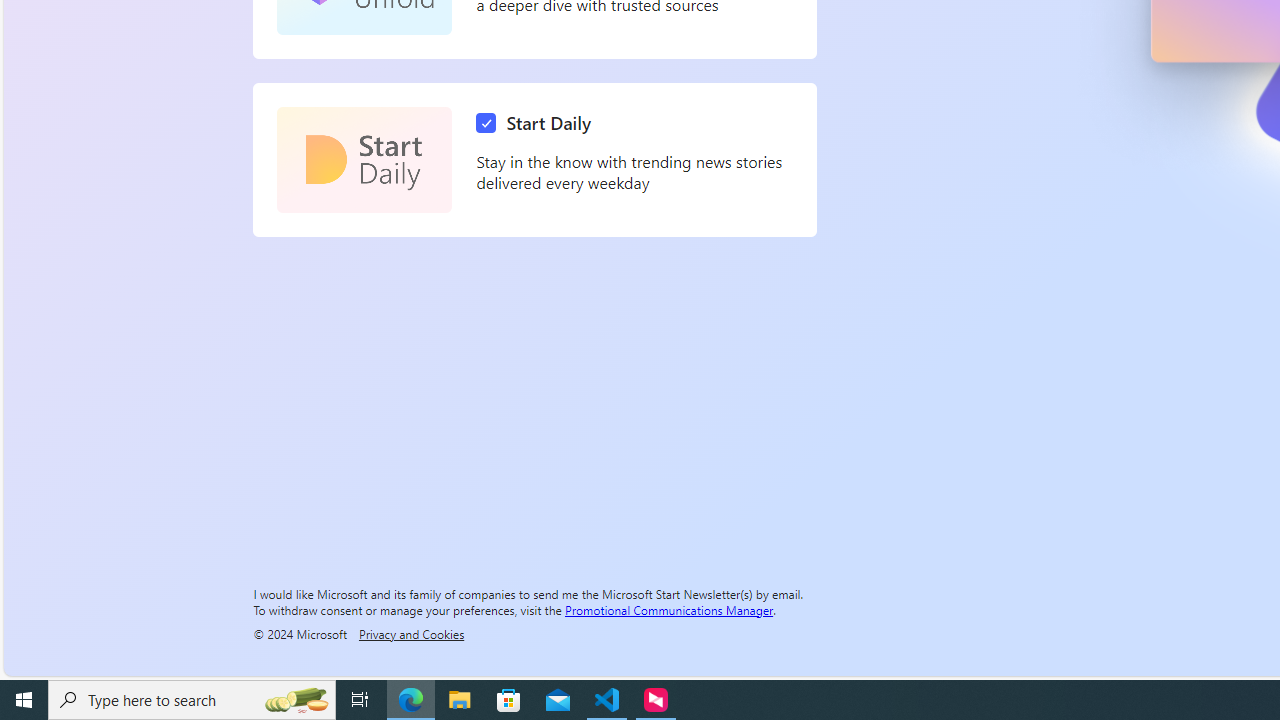  Describe the element at coordinates (669, 608) in the screenshot. I see `'Promotional Communications Manager'` at that location.